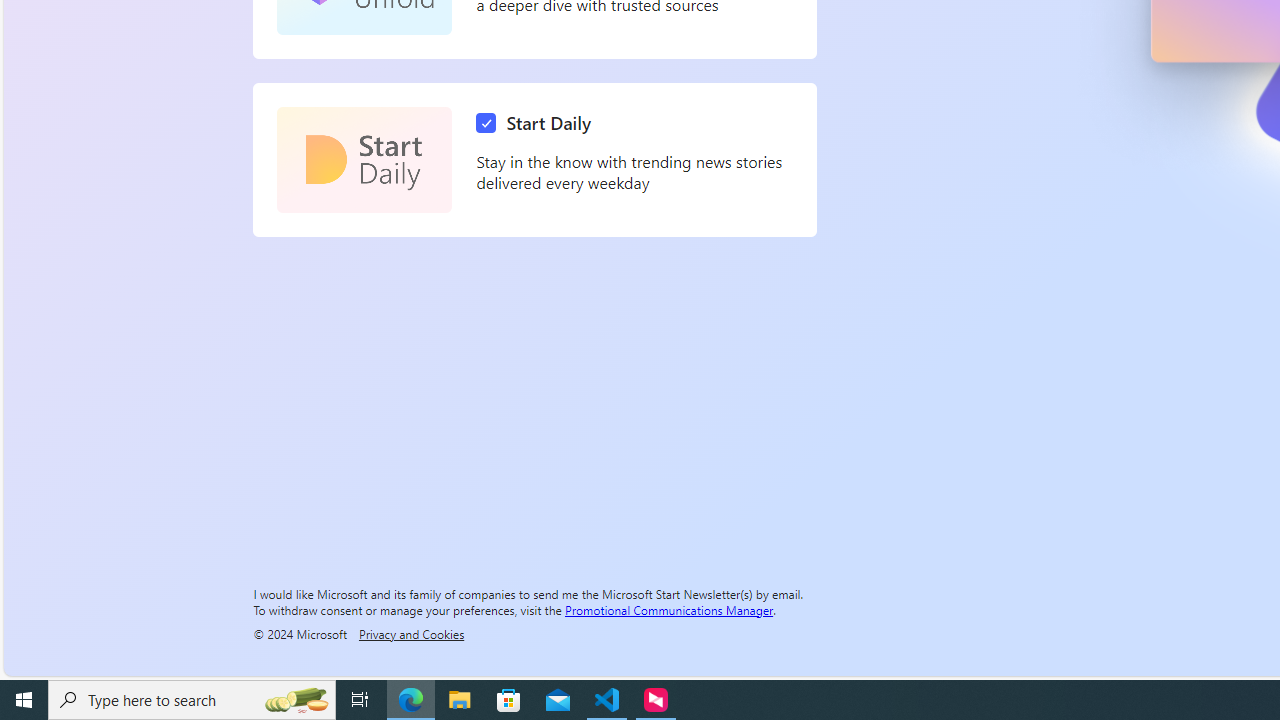  Describe the element at coordinates (669, 608) in the screenshot. I see `'Promotional Communications Manager'` at that location.